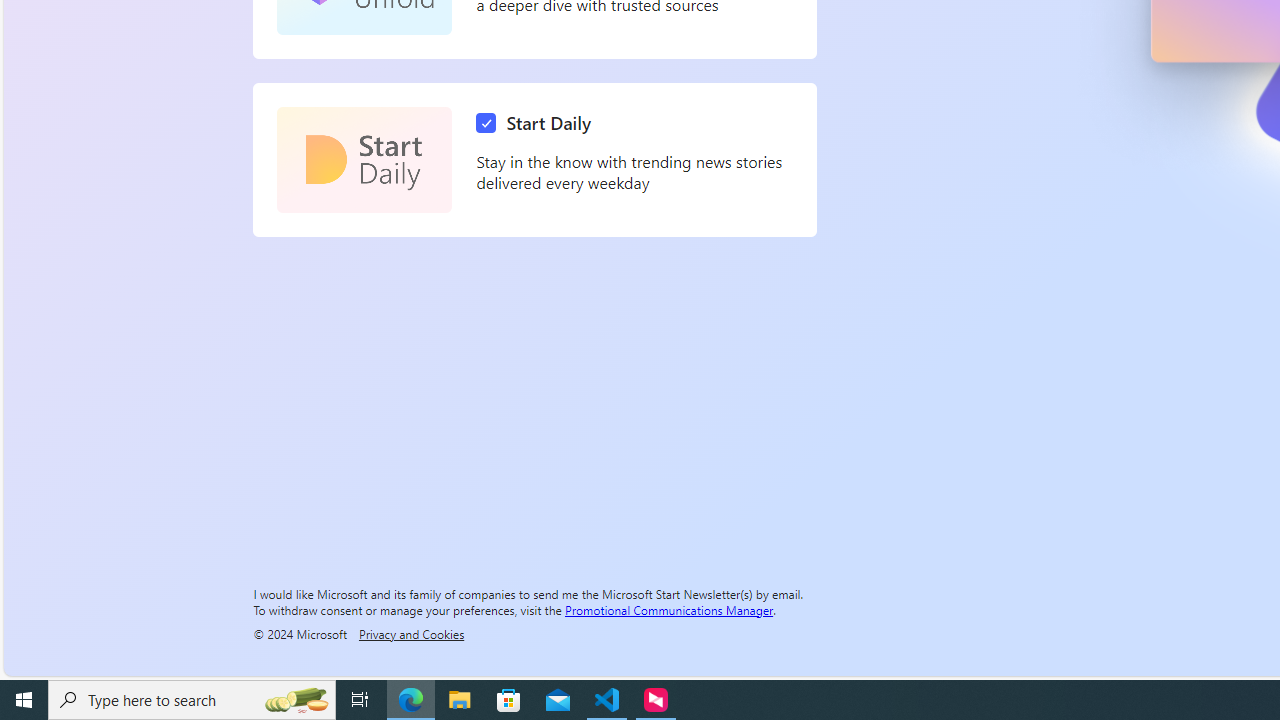  Describe the element at coordinates (669, 608) in the screenshot. I see `'Promotional Communications Manager'` at that location.